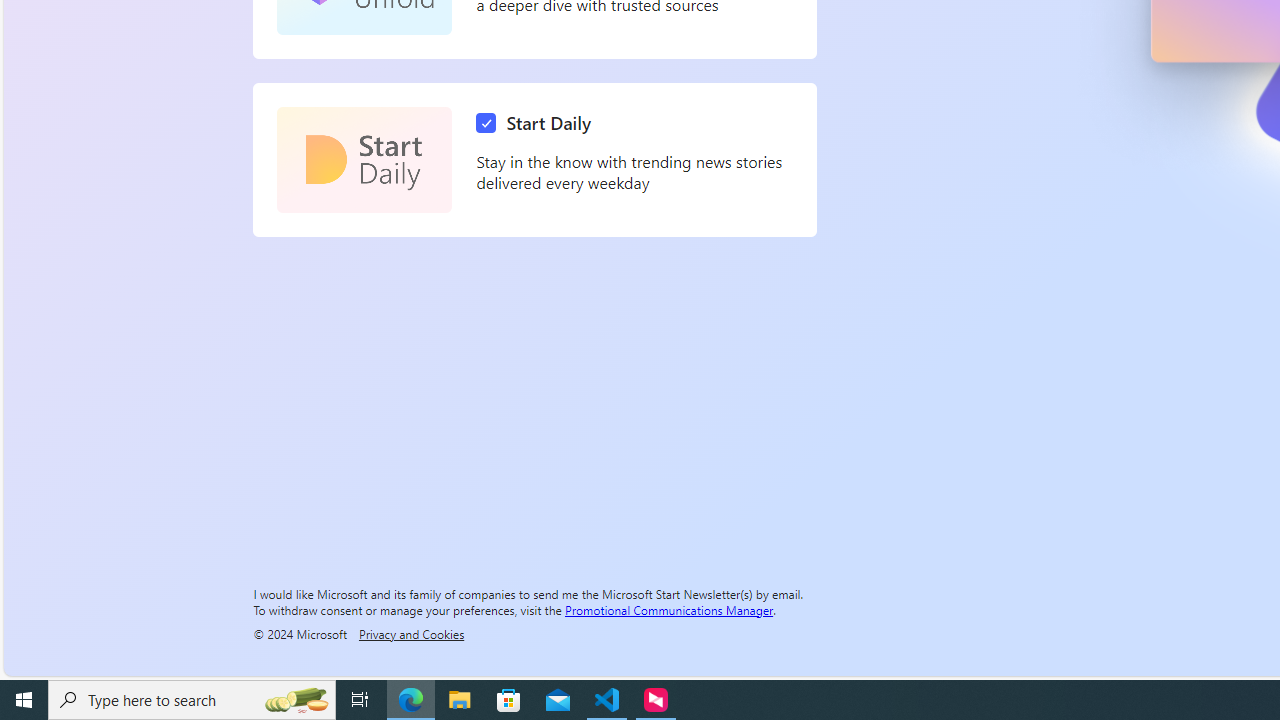  Describe the element at coordinates (669, 608) in the screenshot. I see `'Promotional Communications Manager'` at that location.